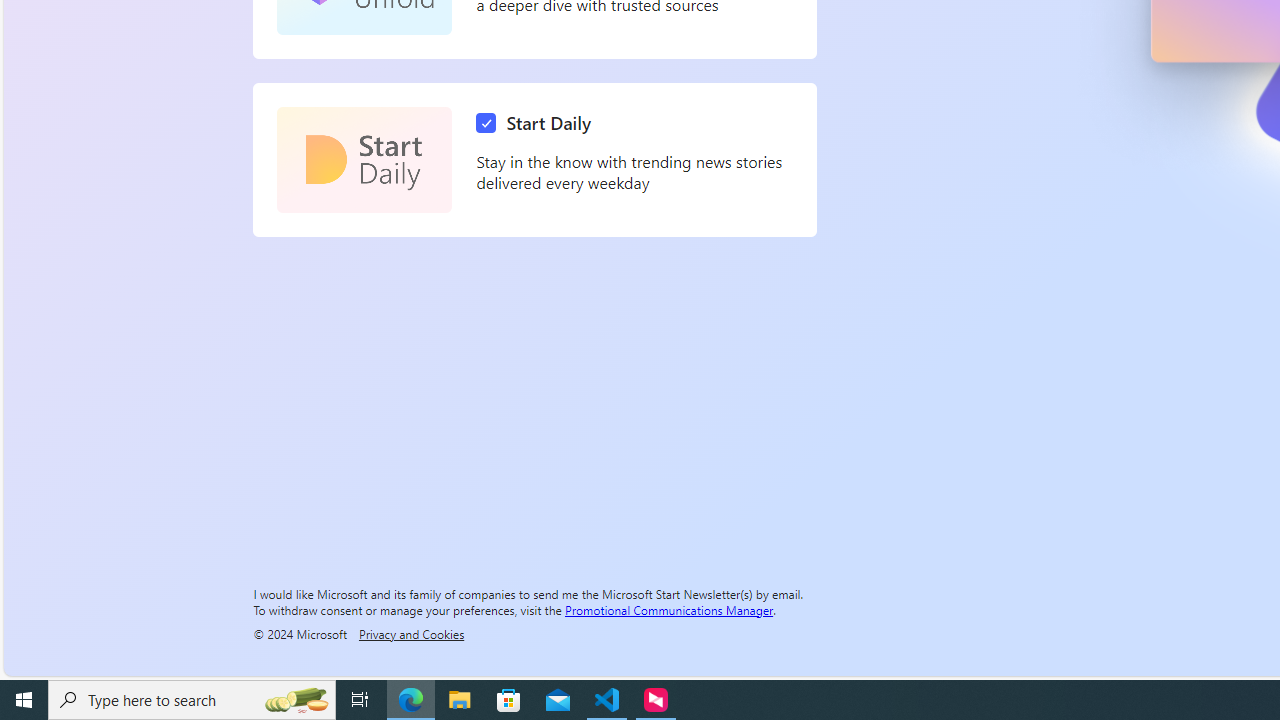  Describe the element at coordinates (669, 608) in the screenshot. I see `'Promotional Communications Manager'` at that location.